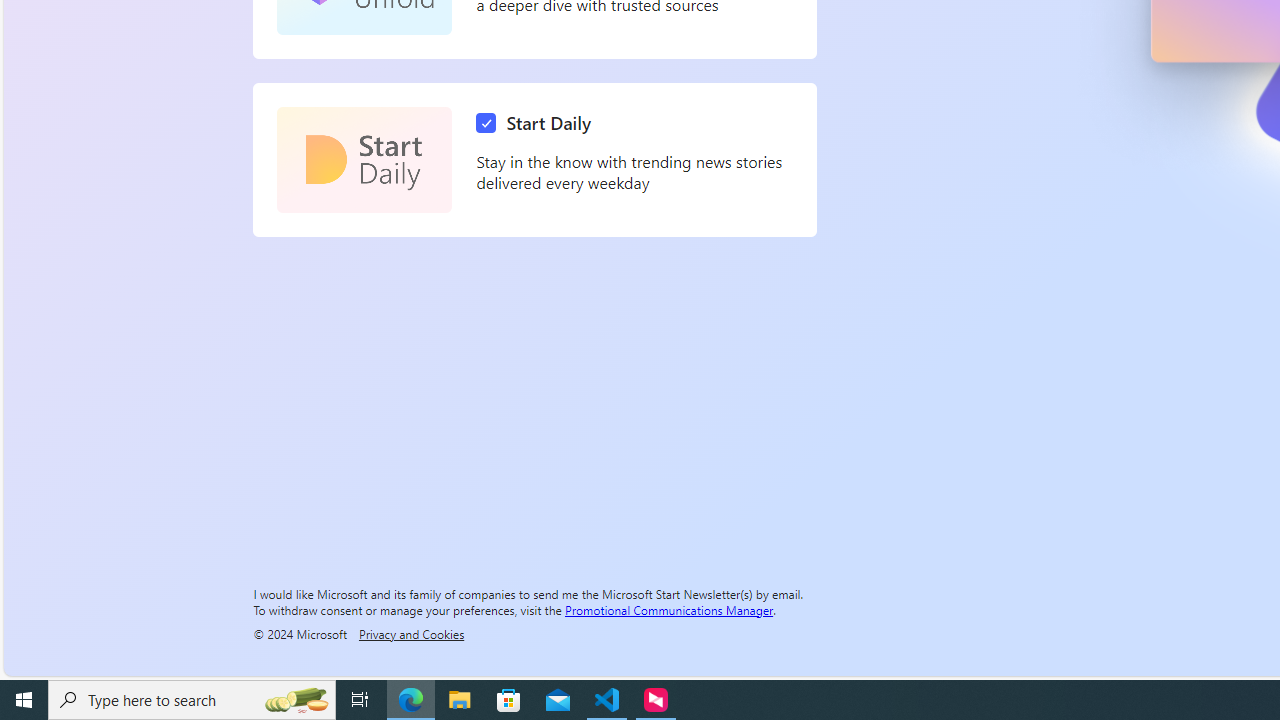  Describe the element at coordinates (669, 608) in the screenshot. I see `'Promotional Communications Manager'` at that location.